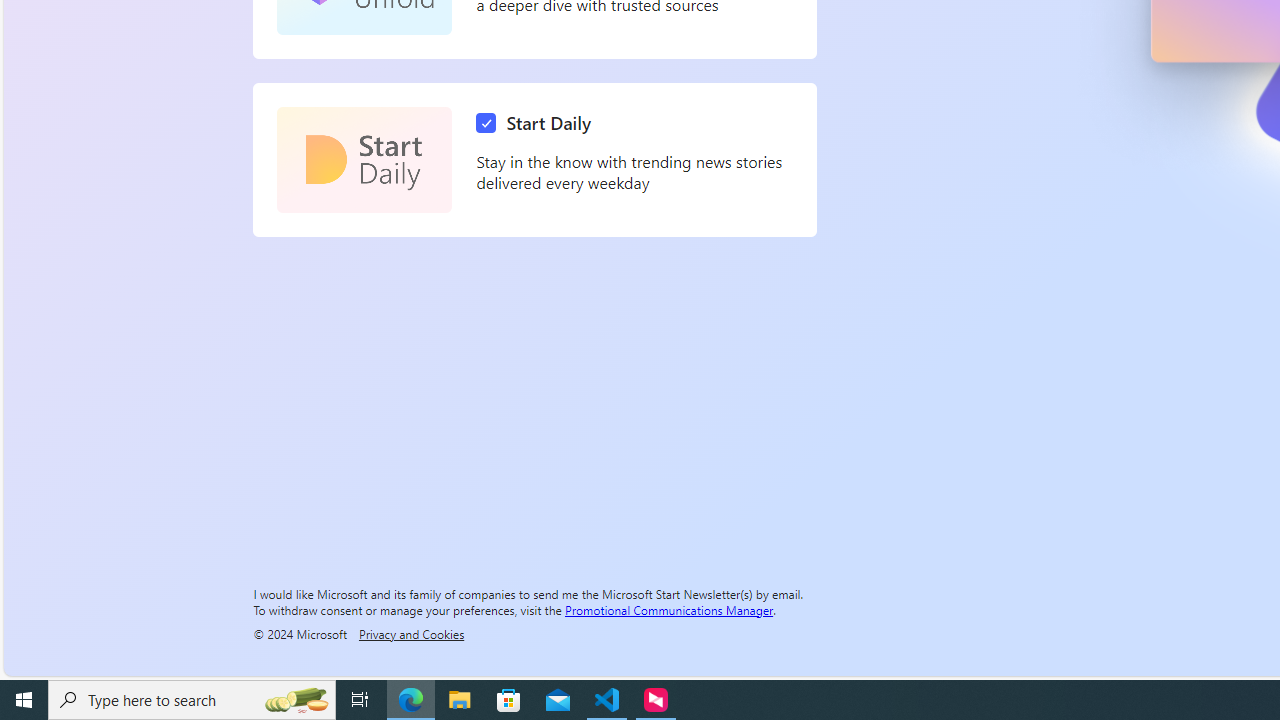  Describe the element at coordinates (669, 608) in the screenshot. I see `'Promotional Communications Manager'` at that location.